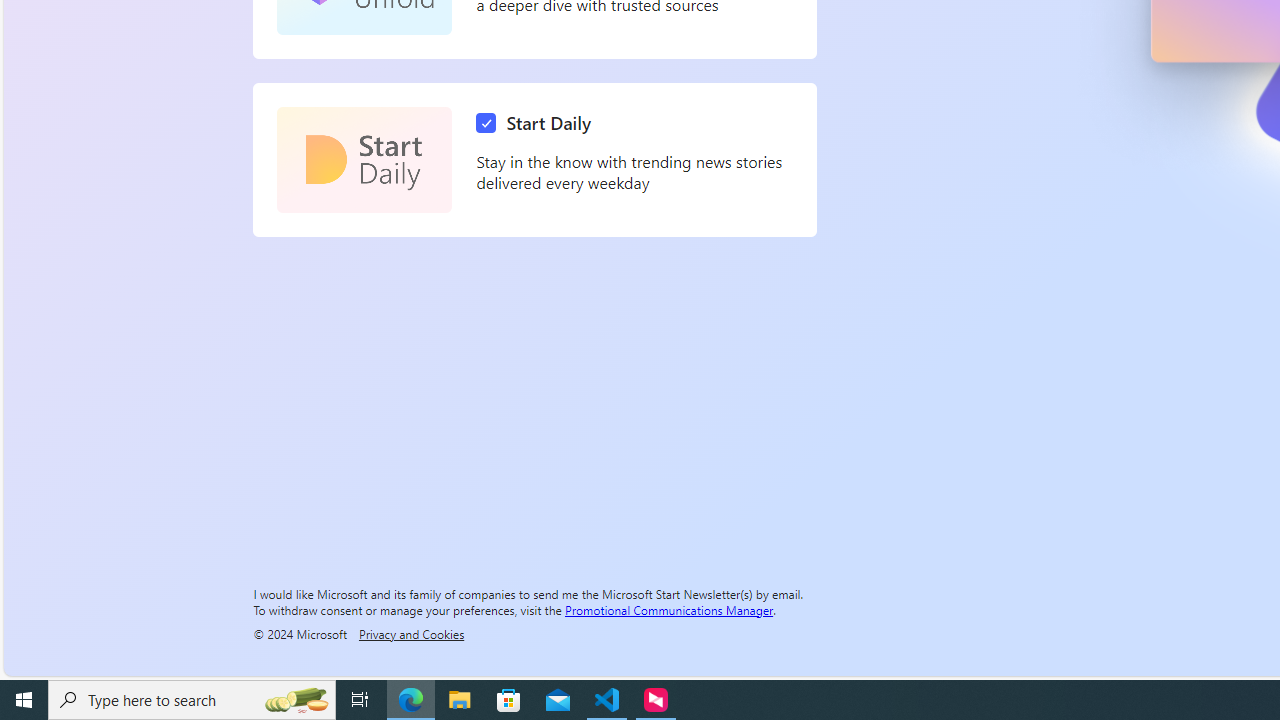  Describe the element at coordinates (669, 608) in the screenshot. I see `'Promotional Communications Manager'` at that location.